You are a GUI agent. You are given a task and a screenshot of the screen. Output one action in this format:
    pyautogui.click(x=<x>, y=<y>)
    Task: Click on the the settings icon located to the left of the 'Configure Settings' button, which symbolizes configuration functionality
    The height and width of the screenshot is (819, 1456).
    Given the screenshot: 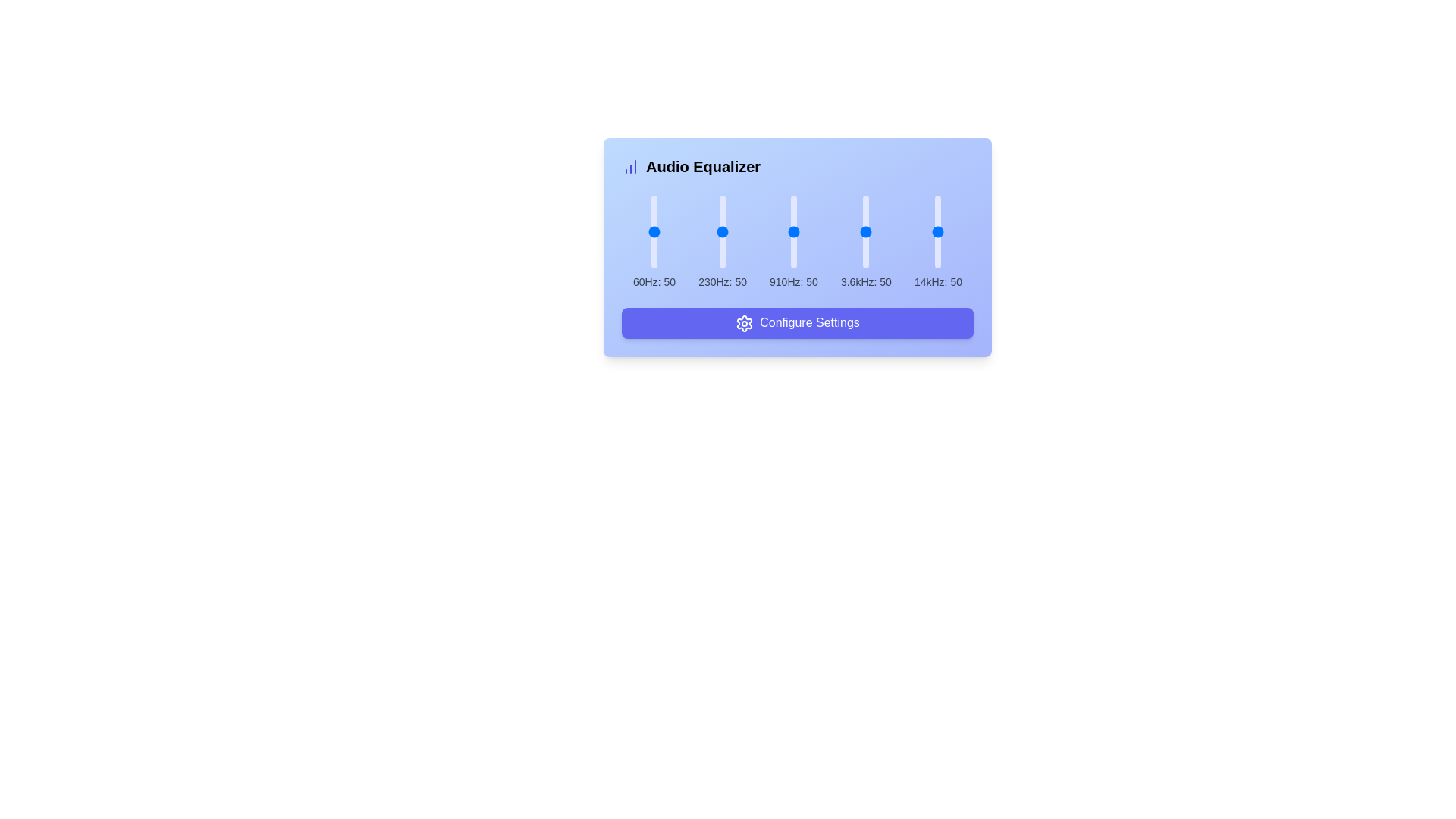 What is the action you would take?
    pyautogui.click(x=745, y=322)
    